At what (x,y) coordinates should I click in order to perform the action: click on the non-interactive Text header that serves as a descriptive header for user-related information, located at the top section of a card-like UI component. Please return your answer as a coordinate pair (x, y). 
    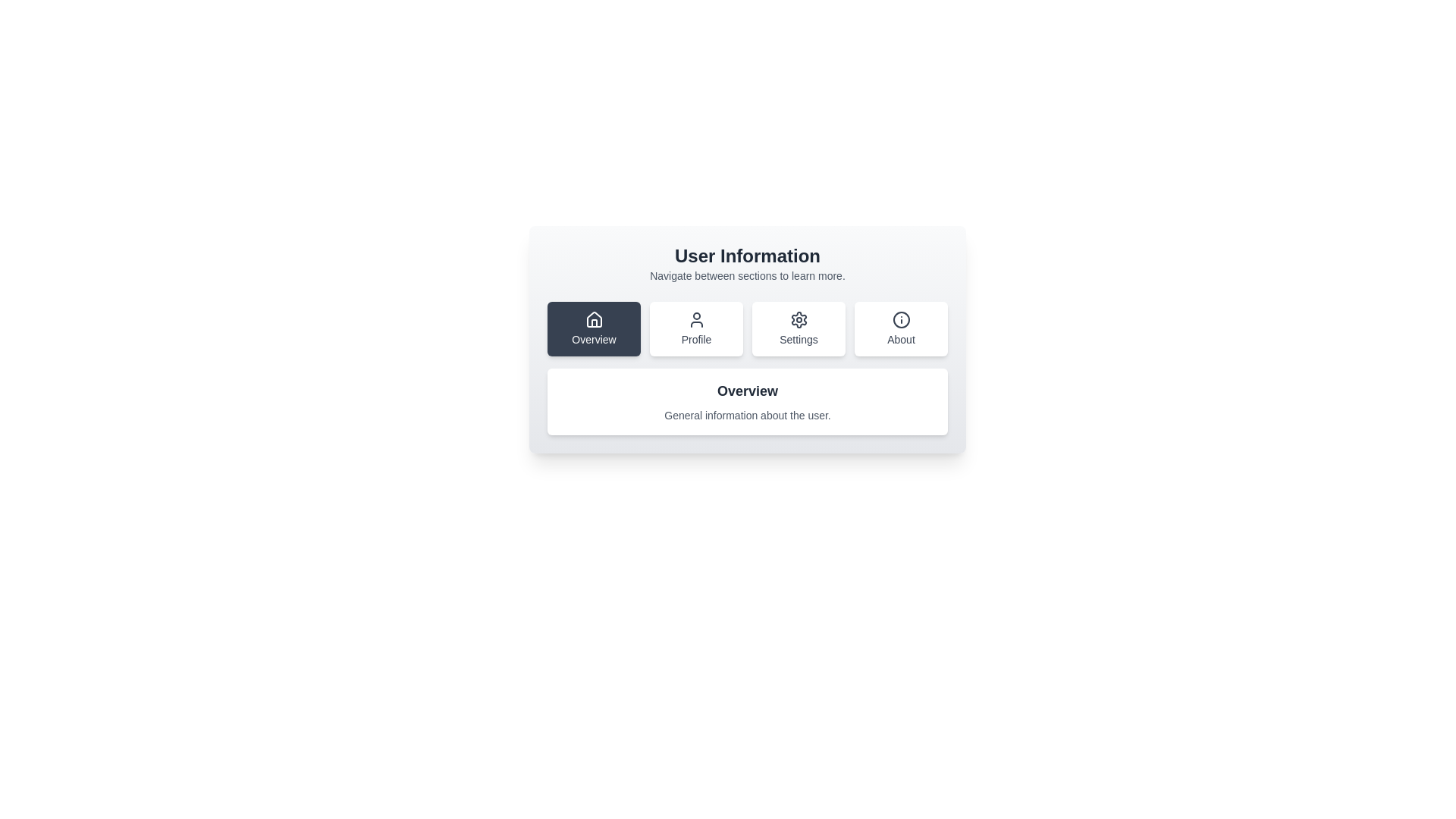
    Looking at the image, I should click on (747, 256).